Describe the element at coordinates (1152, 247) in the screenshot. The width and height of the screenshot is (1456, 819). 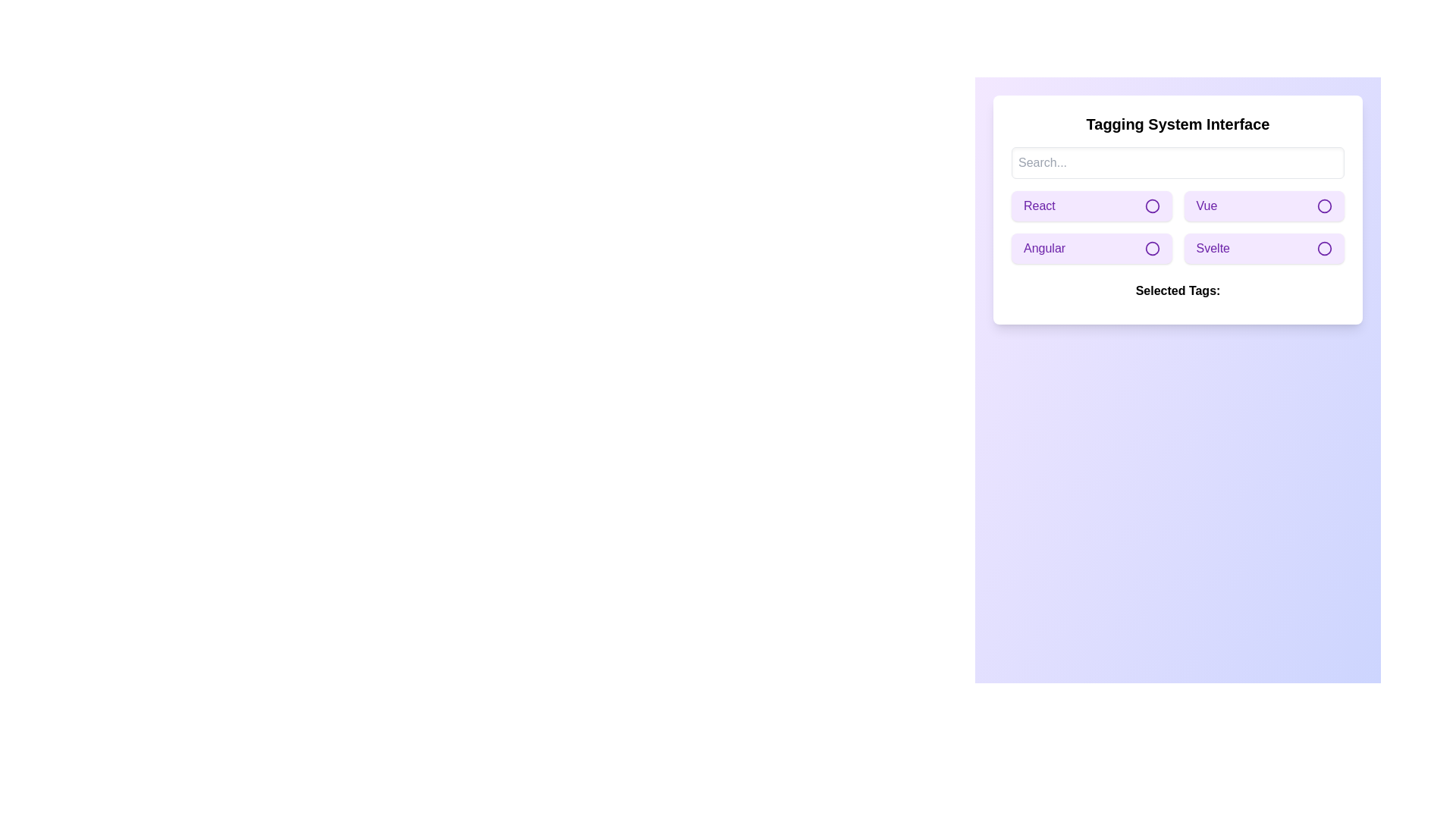
I see `the circular icon button with a hollow center and purple stroke` at that location.